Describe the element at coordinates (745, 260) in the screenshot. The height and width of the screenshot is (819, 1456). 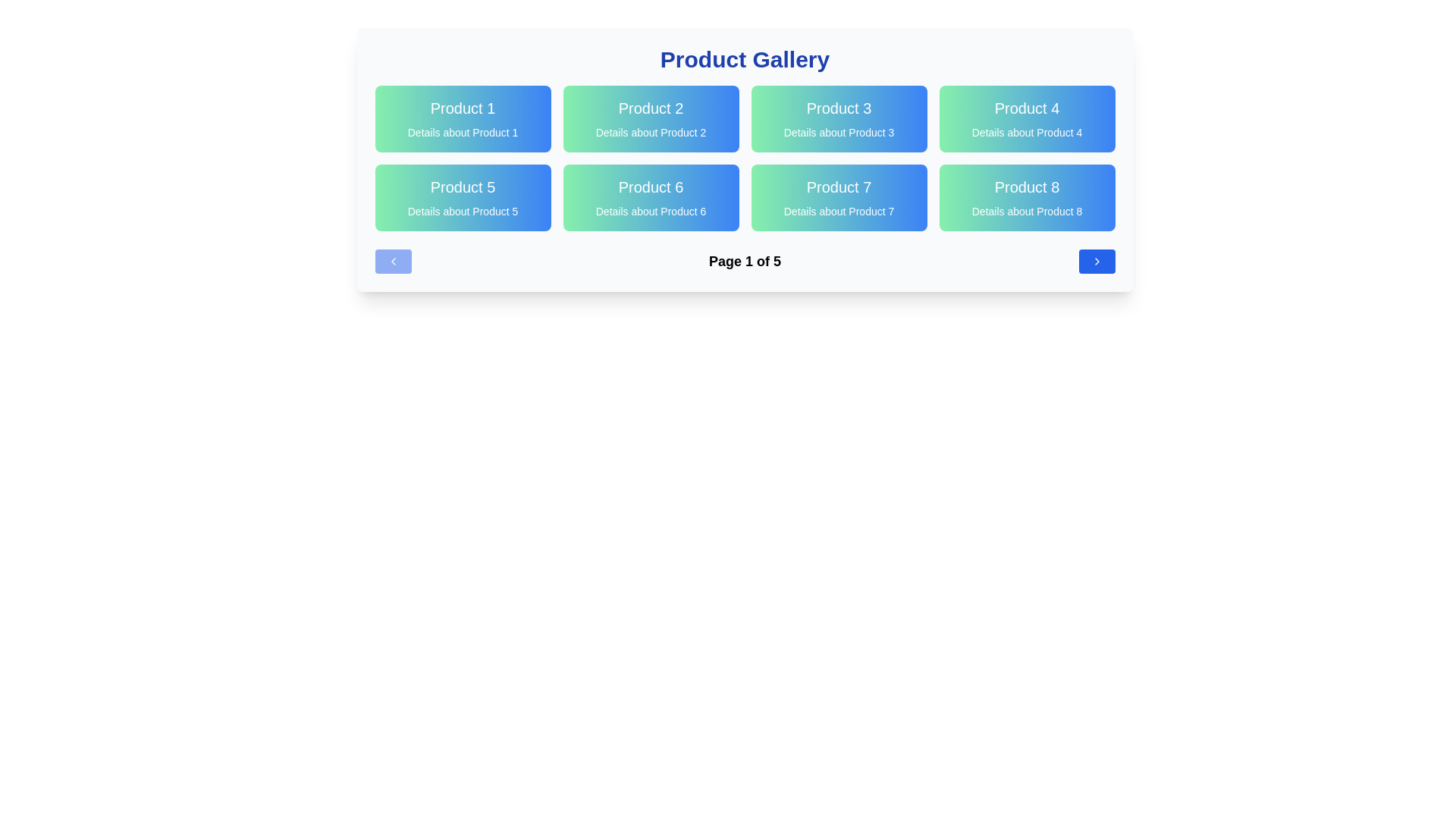
I see `the label displaying 'Page 1 of 5', which is centrally aligned within the navigation bar at the bottom of the content area` at that location.